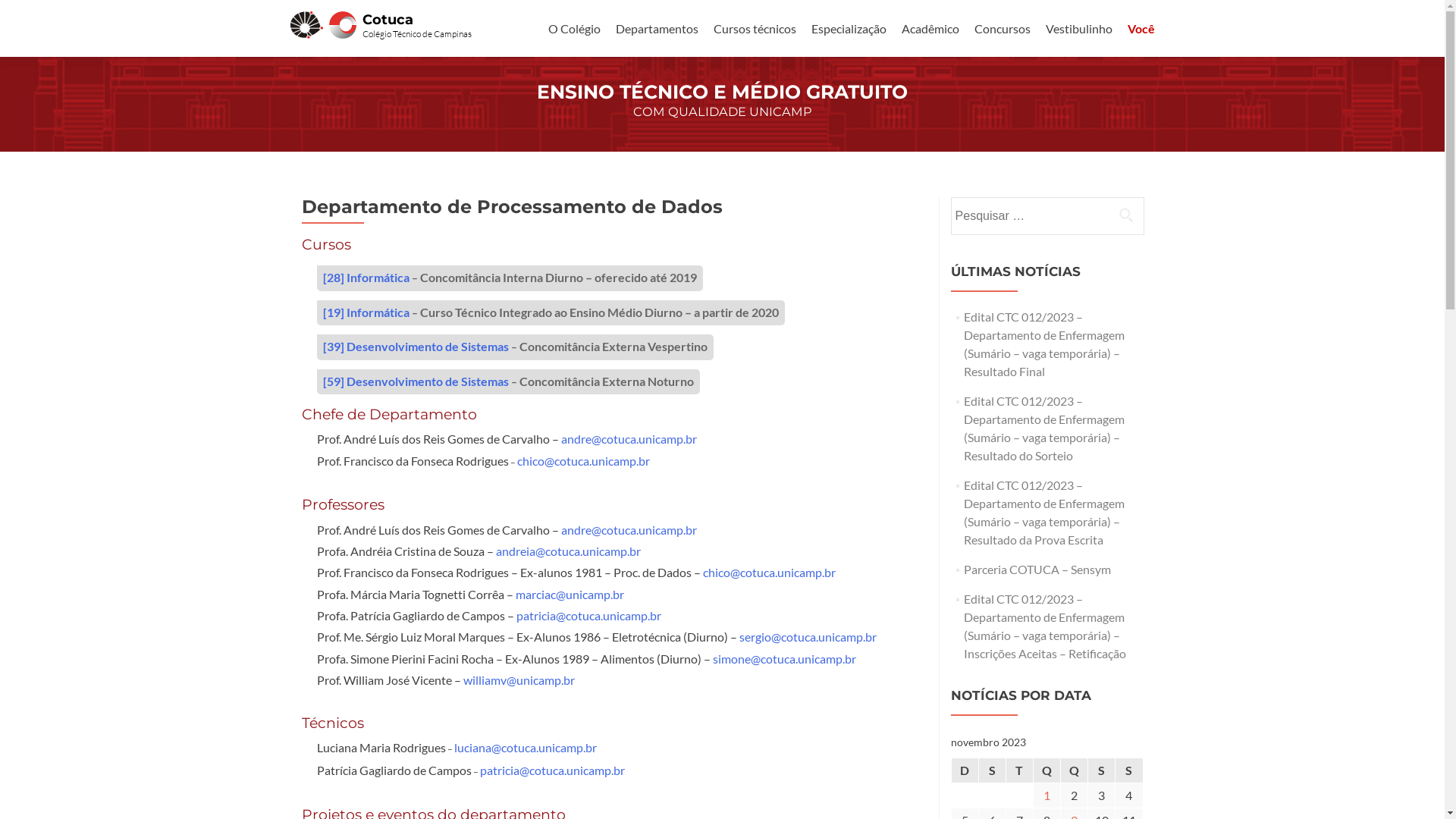 The width and height of the screenshot is (1456, 819). I want to click on '1', so click(1046, 795).